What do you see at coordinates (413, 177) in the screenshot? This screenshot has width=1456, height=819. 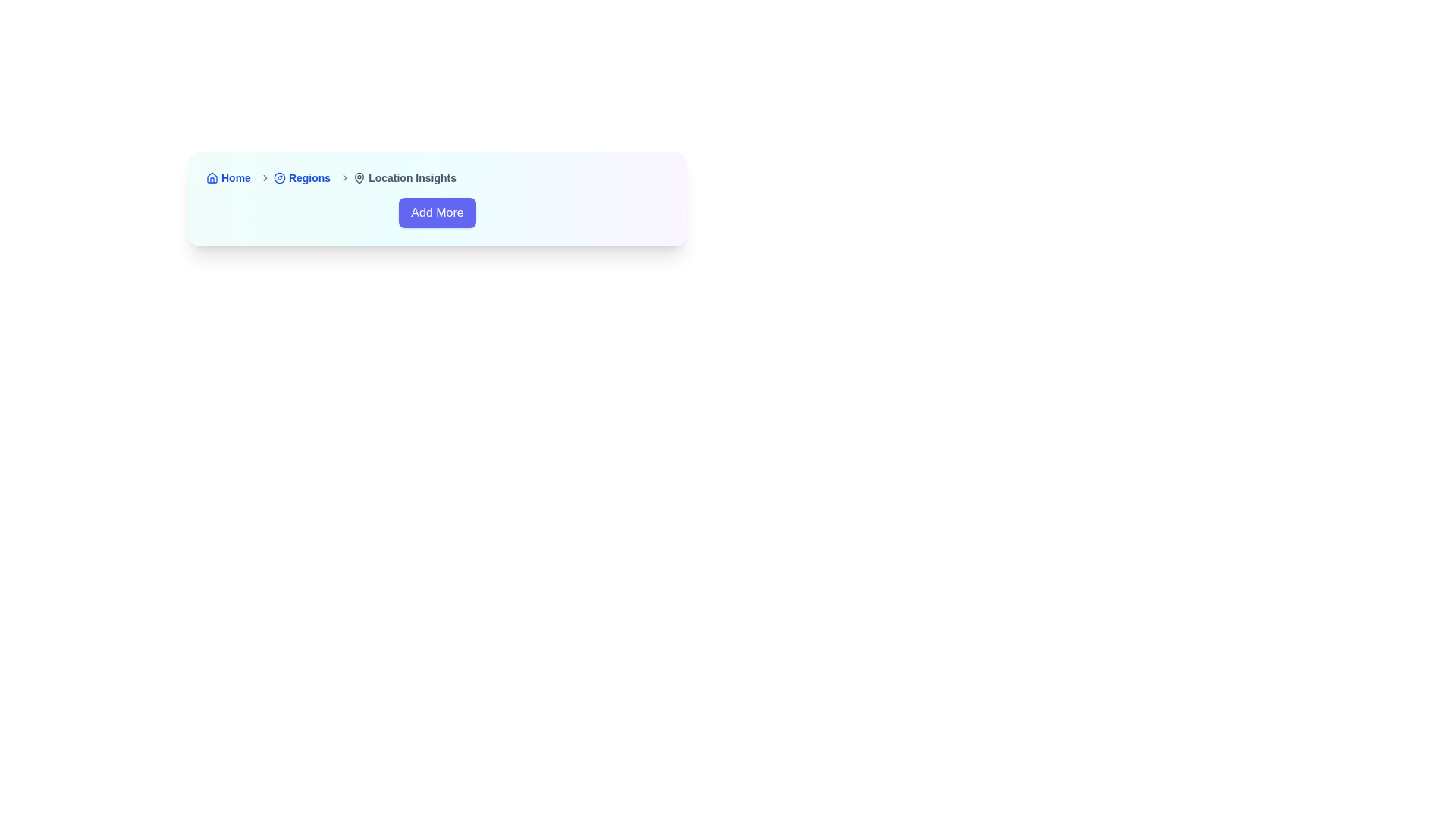 I see `the text label displaying 'Location Insights' which is styled with a bold and smaller font size, located directly to the right of a map pin icon in the breadcrumb navigation bar` at bounding box center [413, 177].